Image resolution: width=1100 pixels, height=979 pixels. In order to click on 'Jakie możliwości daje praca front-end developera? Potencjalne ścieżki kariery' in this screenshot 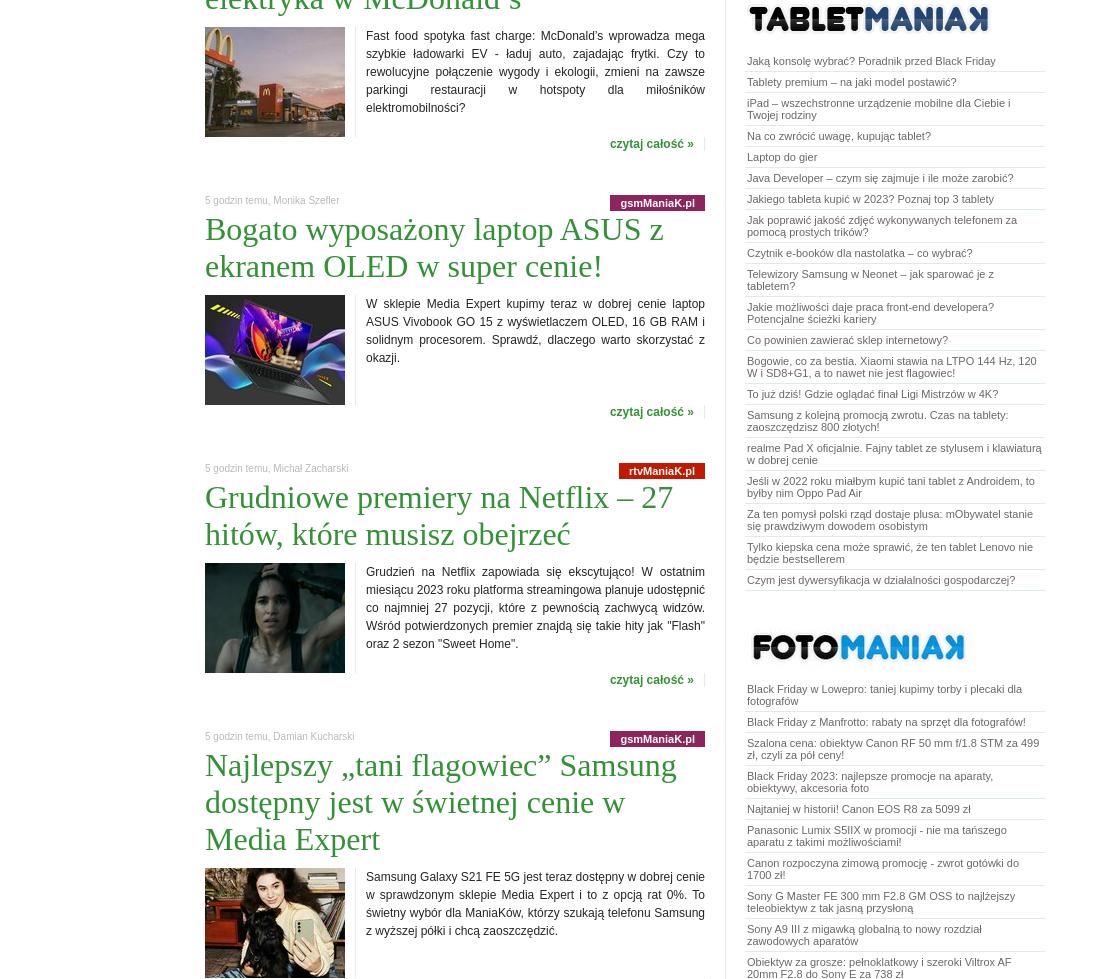, I will do `click(746, 312)`.